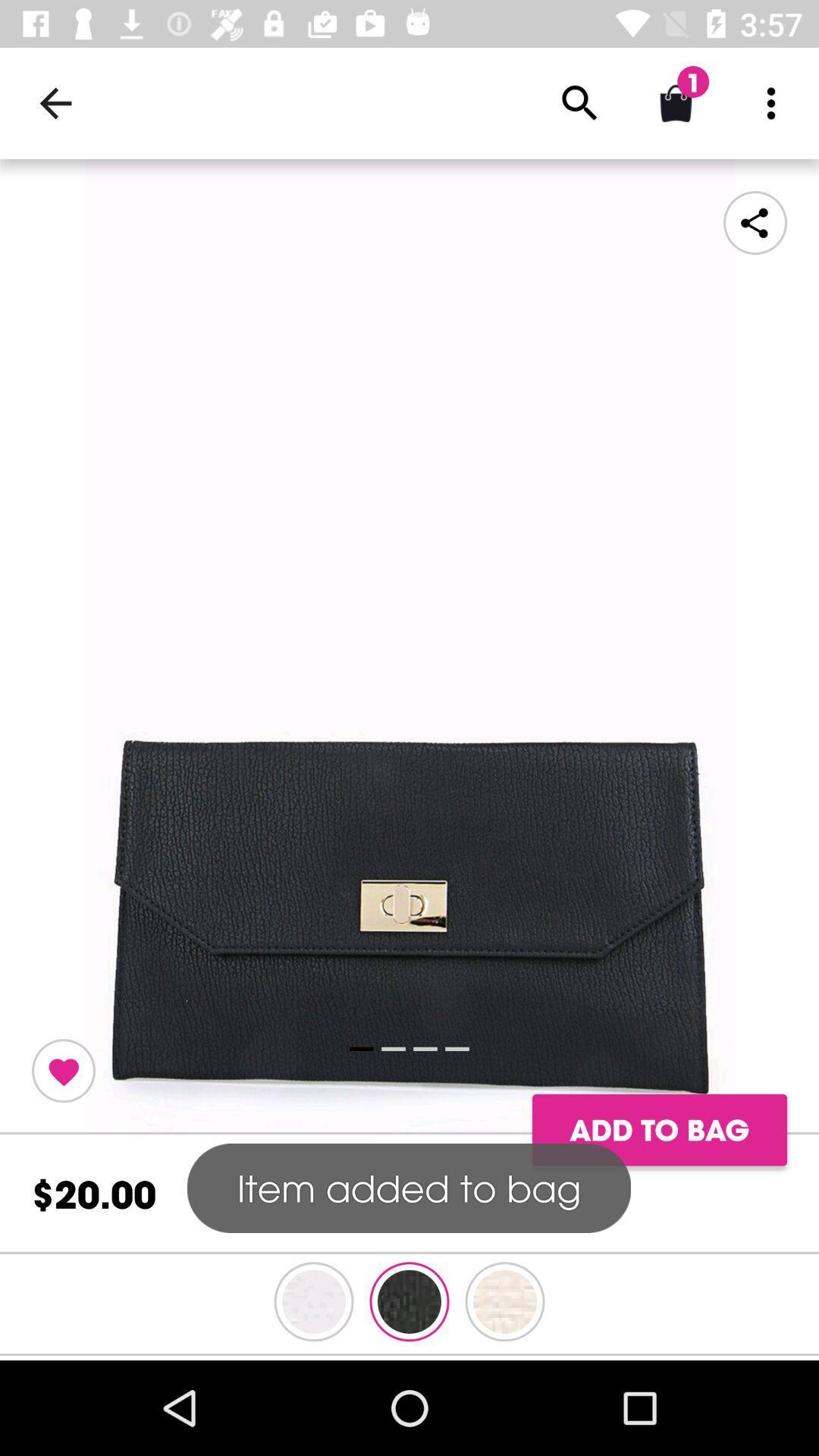 The width and height of the screenshot is (819, 1456). What do you see at coordinates (755, 221) in the screenshot?
I see `share to social media` at bounding box center [755, 221].